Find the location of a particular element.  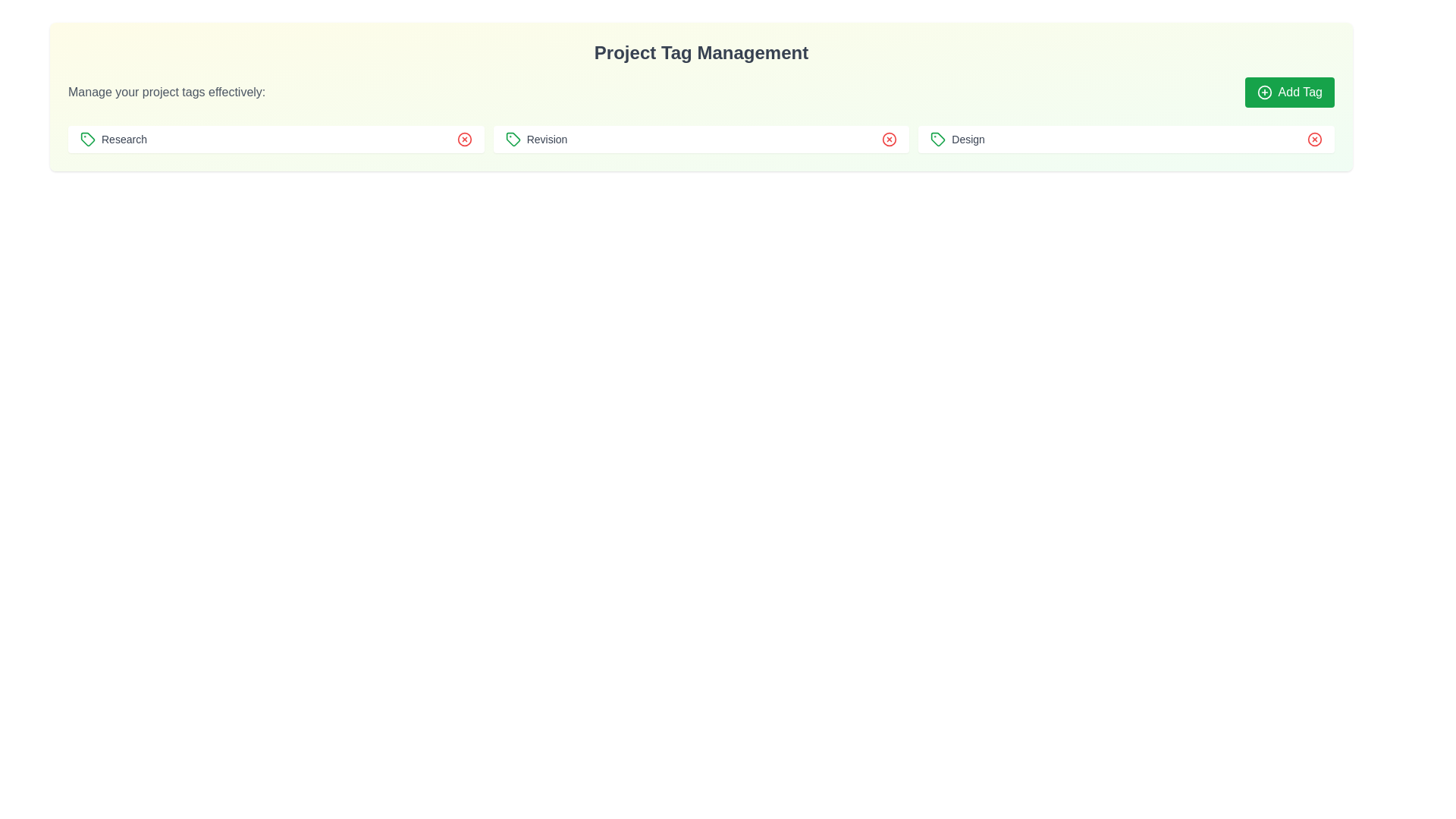

the Icon within the green 'Add Tag' button located in the top-right corner of the interface, which serves as a visual indicator for adding a new tag is located at coordinates (1264, 93).